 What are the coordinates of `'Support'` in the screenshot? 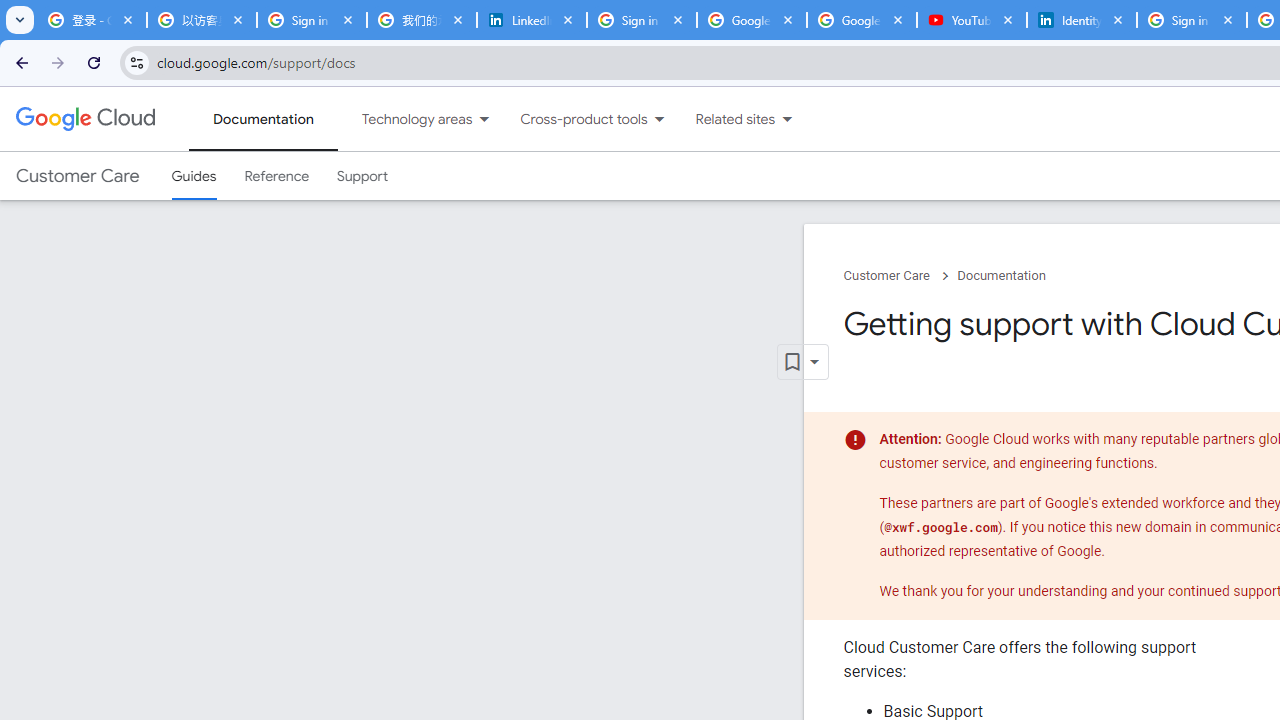 It's located at (362, 175).